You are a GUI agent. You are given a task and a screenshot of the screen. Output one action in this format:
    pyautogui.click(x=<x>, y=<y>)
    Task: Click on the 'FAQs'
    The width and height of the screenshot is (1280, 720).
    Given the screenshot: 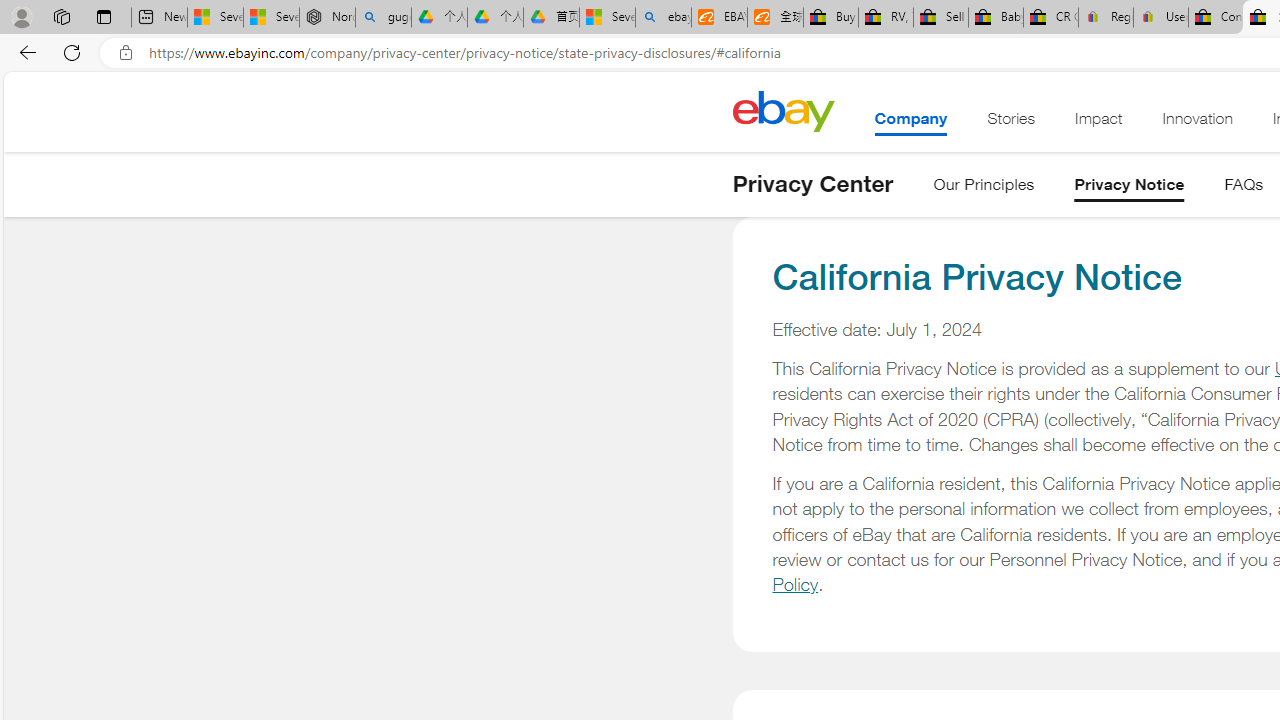 What is the action you would take?
    pyautogui.click(x=1243, y=188)
    